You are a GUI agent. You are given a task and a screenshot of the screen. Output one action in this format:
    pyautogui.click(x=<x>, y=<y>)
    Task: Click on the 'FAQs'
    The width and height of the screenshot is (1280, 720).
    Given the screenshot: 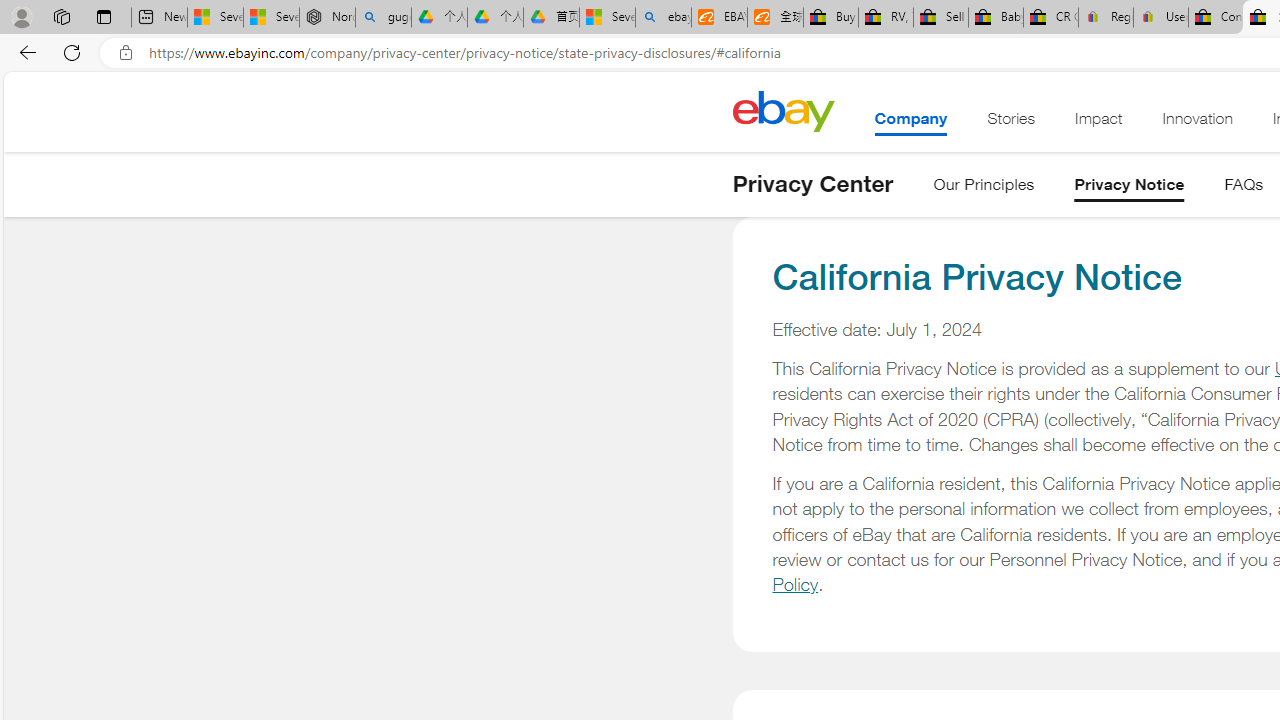 What is the action you would take?
    pyautogui.click(x=1243, y=188)
    